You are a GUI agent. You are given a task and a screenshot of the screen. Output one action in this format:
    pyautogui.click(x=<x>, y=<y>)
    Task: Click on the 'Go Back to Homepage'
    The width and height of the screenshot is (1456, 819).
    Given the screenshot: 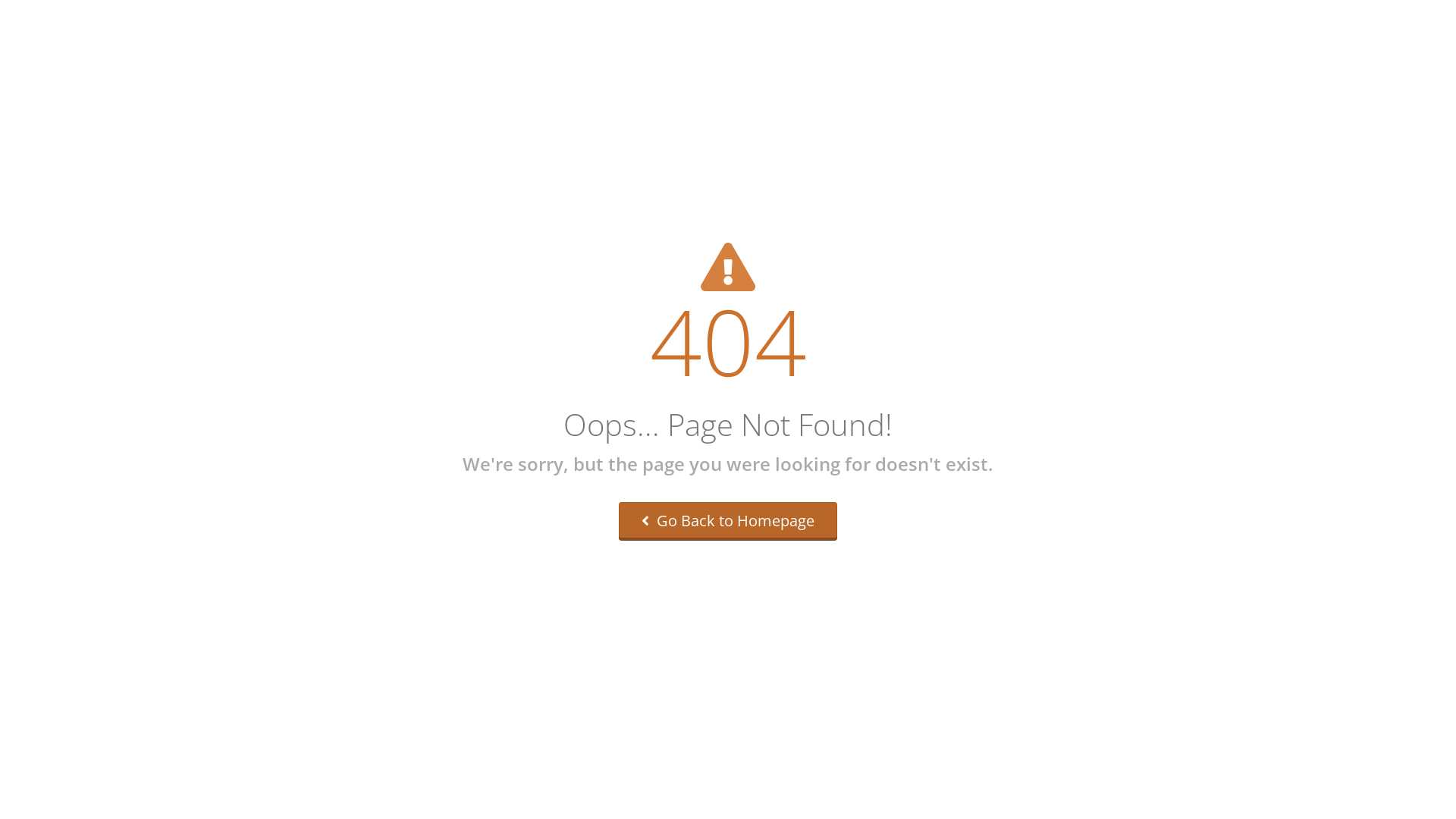 What is the action you would take?
    pyautogui.click(x=728, y=520)
    